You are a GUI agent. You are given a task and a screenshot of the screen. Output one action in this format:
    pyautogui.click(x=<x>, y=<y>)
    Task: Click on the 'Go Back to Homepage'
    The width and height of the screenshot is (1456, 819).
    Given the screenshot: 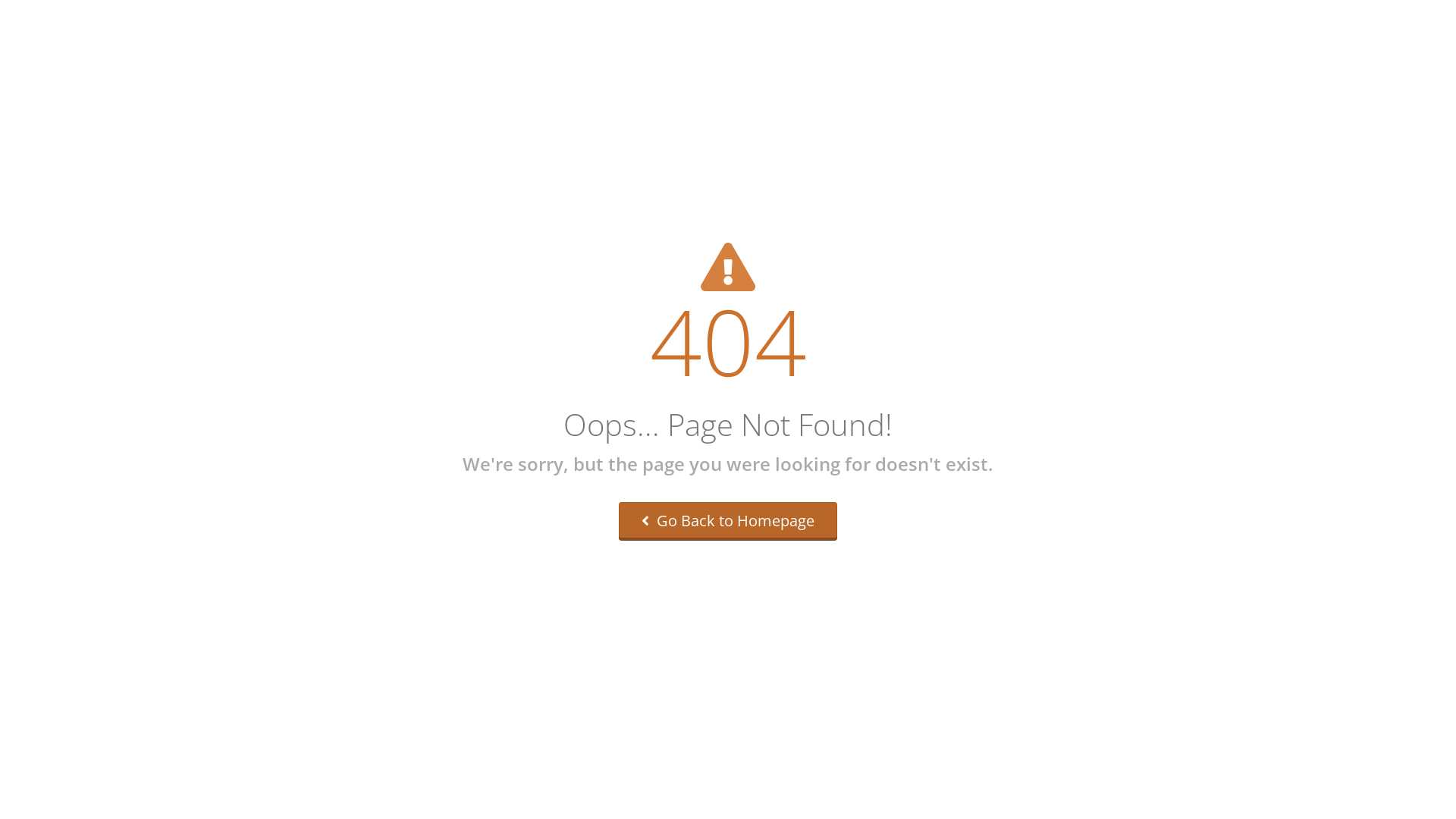 What is the action you would take?
    pyautogui.click(x=728, y=520)
    